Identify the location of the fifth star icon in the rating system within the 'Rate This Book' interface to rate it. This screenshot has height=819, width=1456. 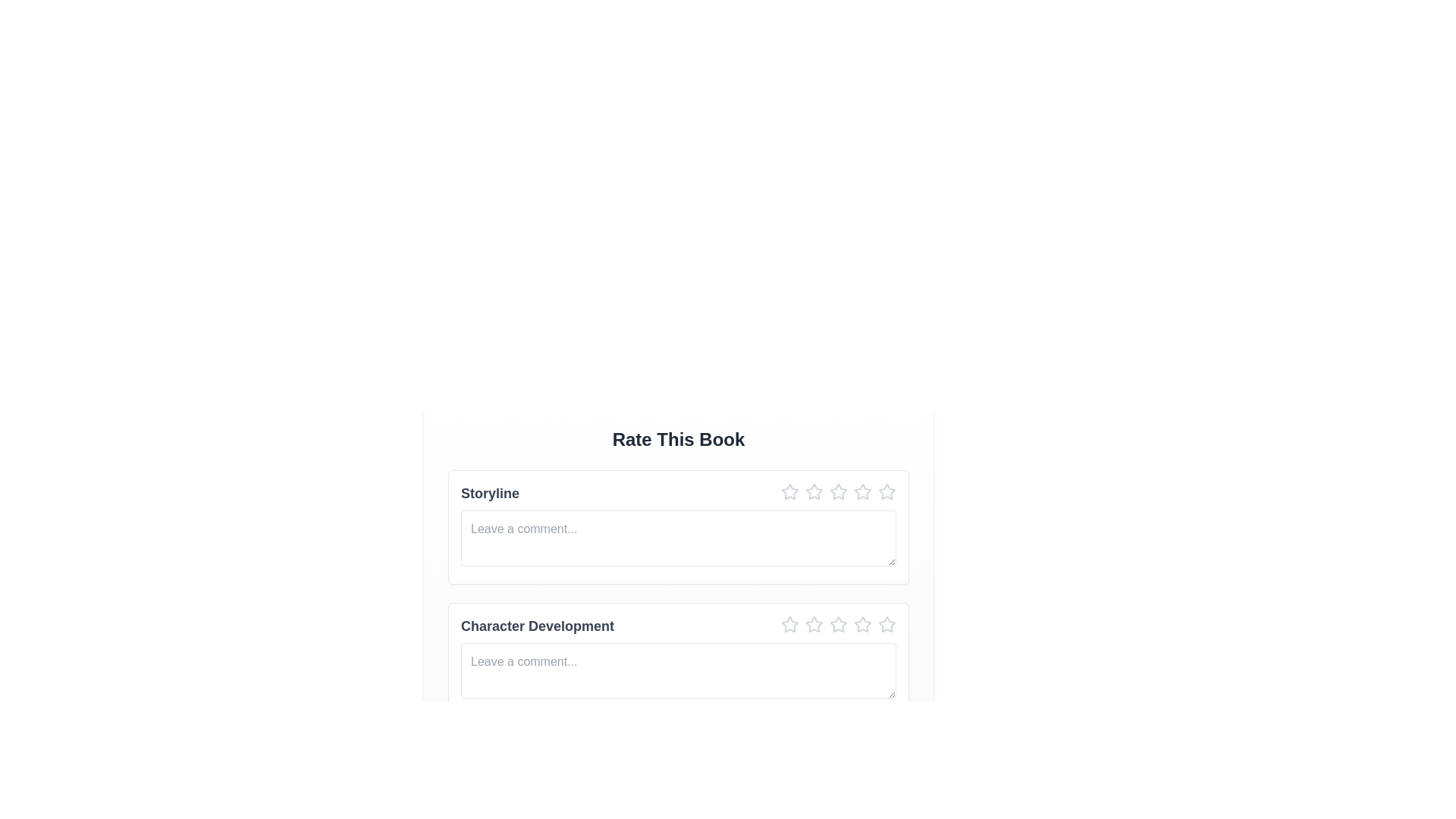
(837, 624).